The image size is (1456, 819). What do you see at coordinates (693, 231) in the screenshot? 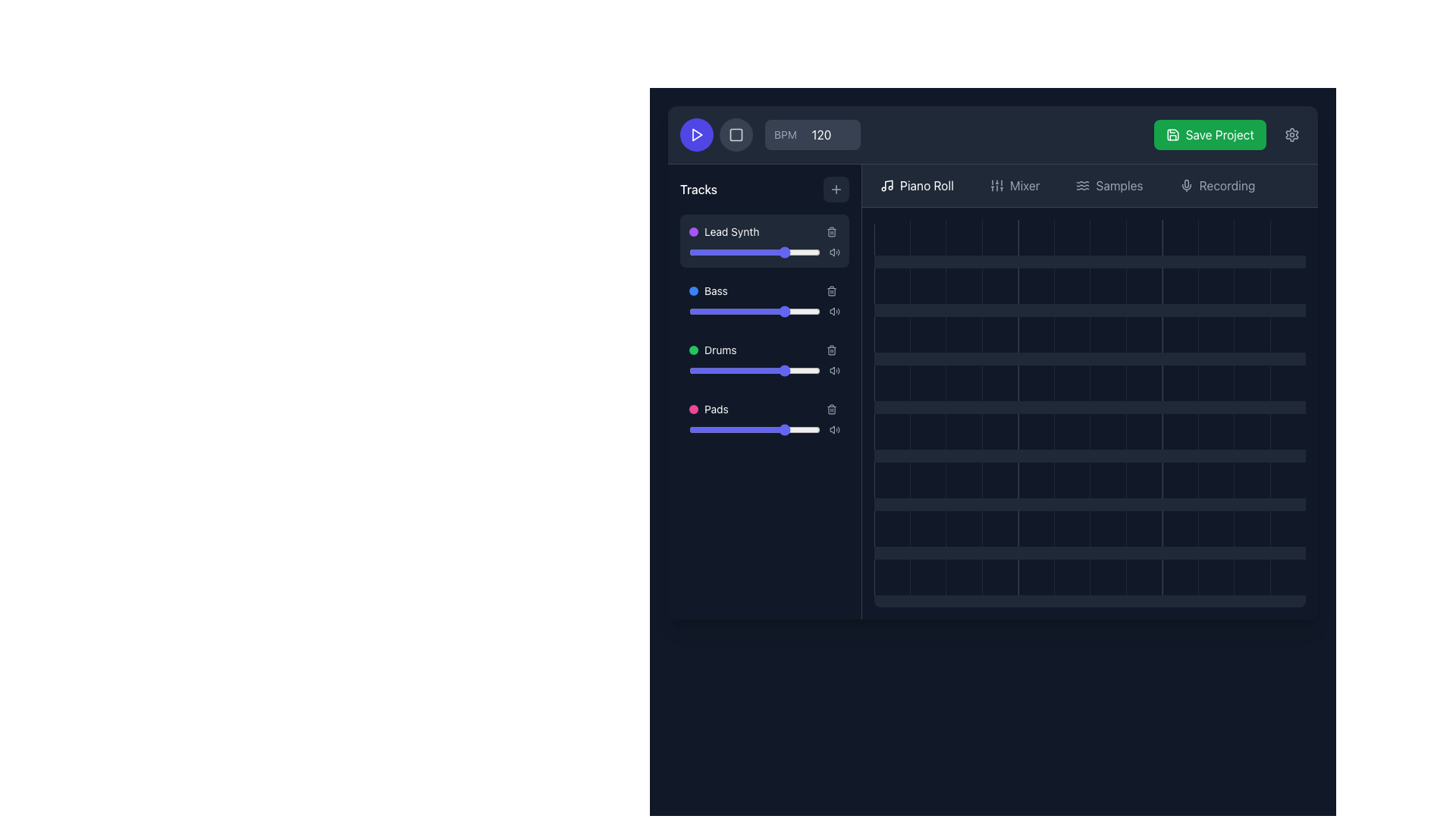
I see `the icon located on the left side of the text 'Lead Synth', which serves as an indicator for the associated track` at bounding box center [693, 231].